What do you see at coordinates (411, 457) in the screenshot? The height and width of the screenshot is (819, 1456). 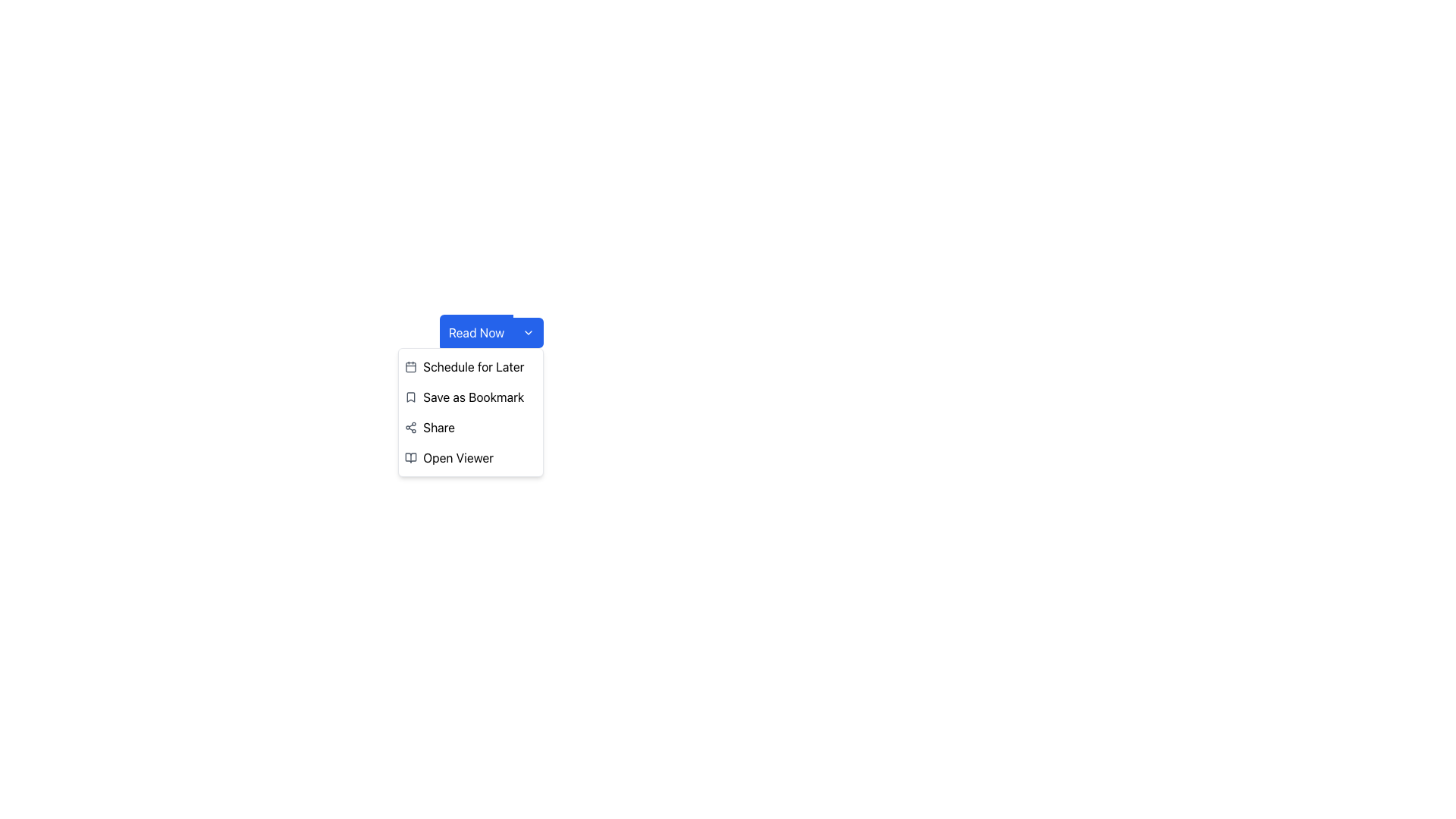 I see `the 'Open Viewer' icon in the menu` at bounding box center [411, 457].